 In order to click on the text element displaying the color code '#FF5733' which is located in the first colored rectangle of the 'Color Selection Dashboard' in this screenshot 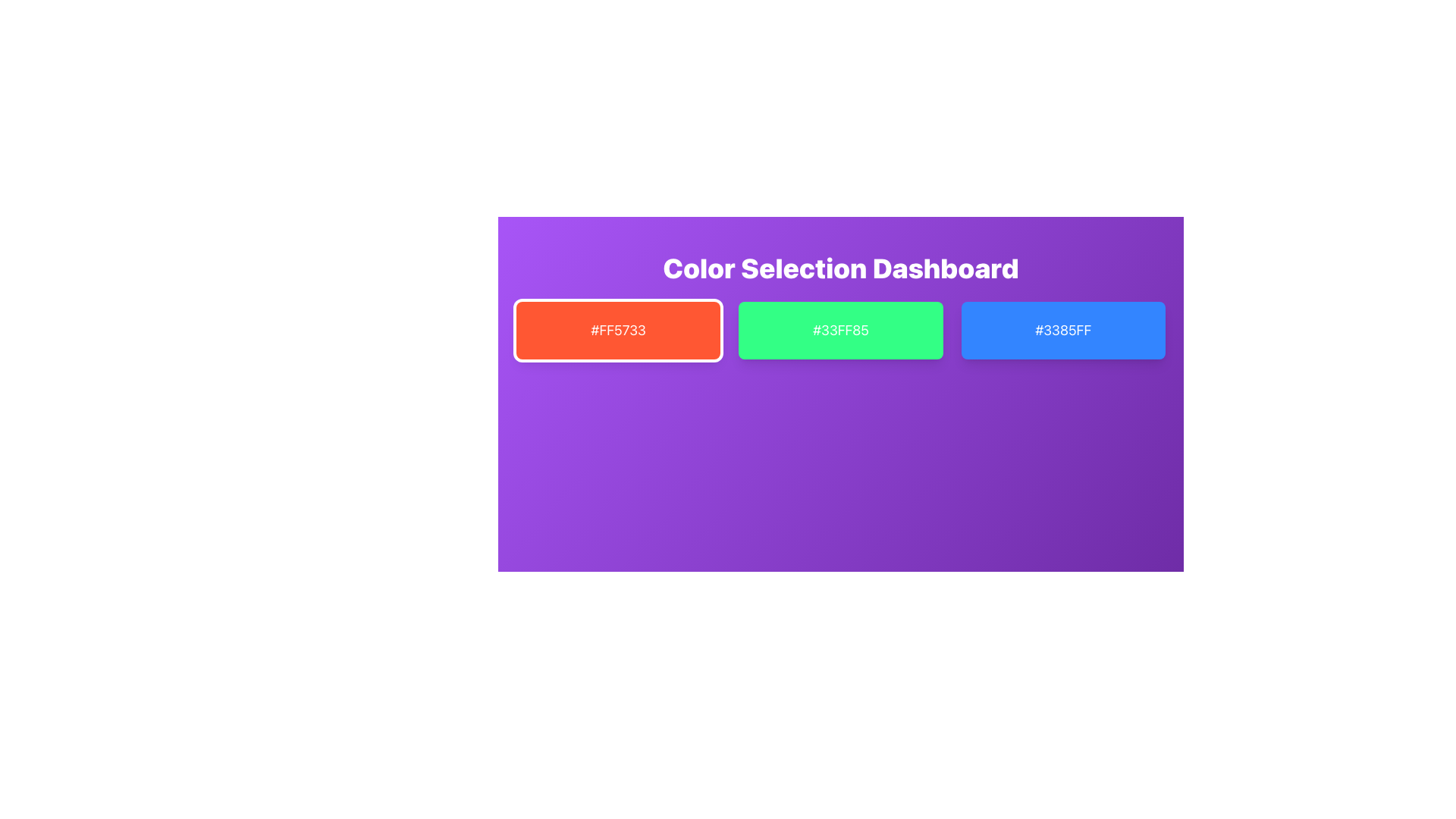, I will do `click(618, 329)`.